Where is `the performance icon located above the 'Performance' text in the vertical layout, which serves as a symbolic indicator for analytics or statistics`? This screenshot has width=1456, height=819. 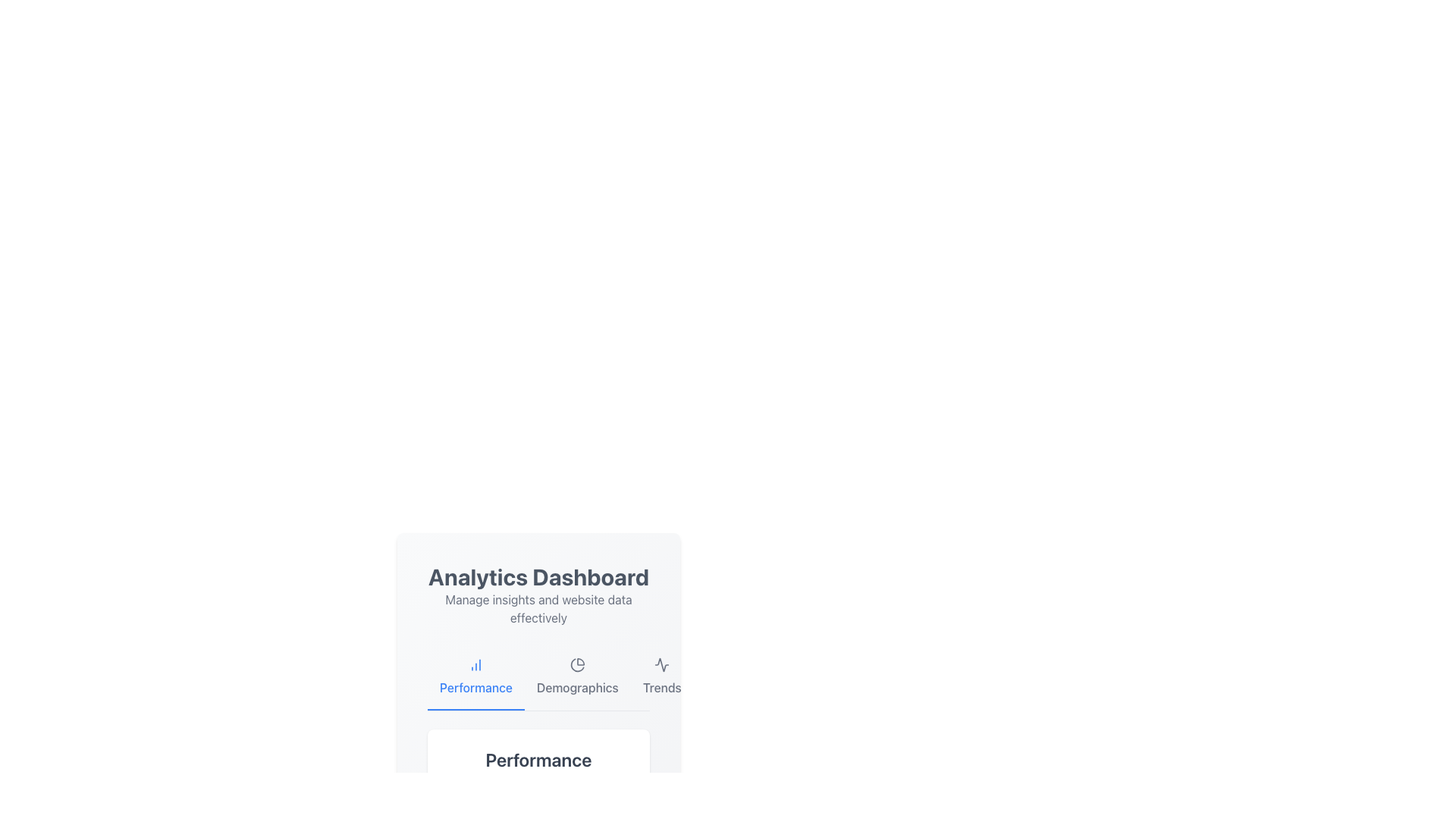
the performance icon located above the 'Performance' text in the vertical layout, which serves as a symbolic indicator for analytics or statistics is located at coordinates (475, 664).